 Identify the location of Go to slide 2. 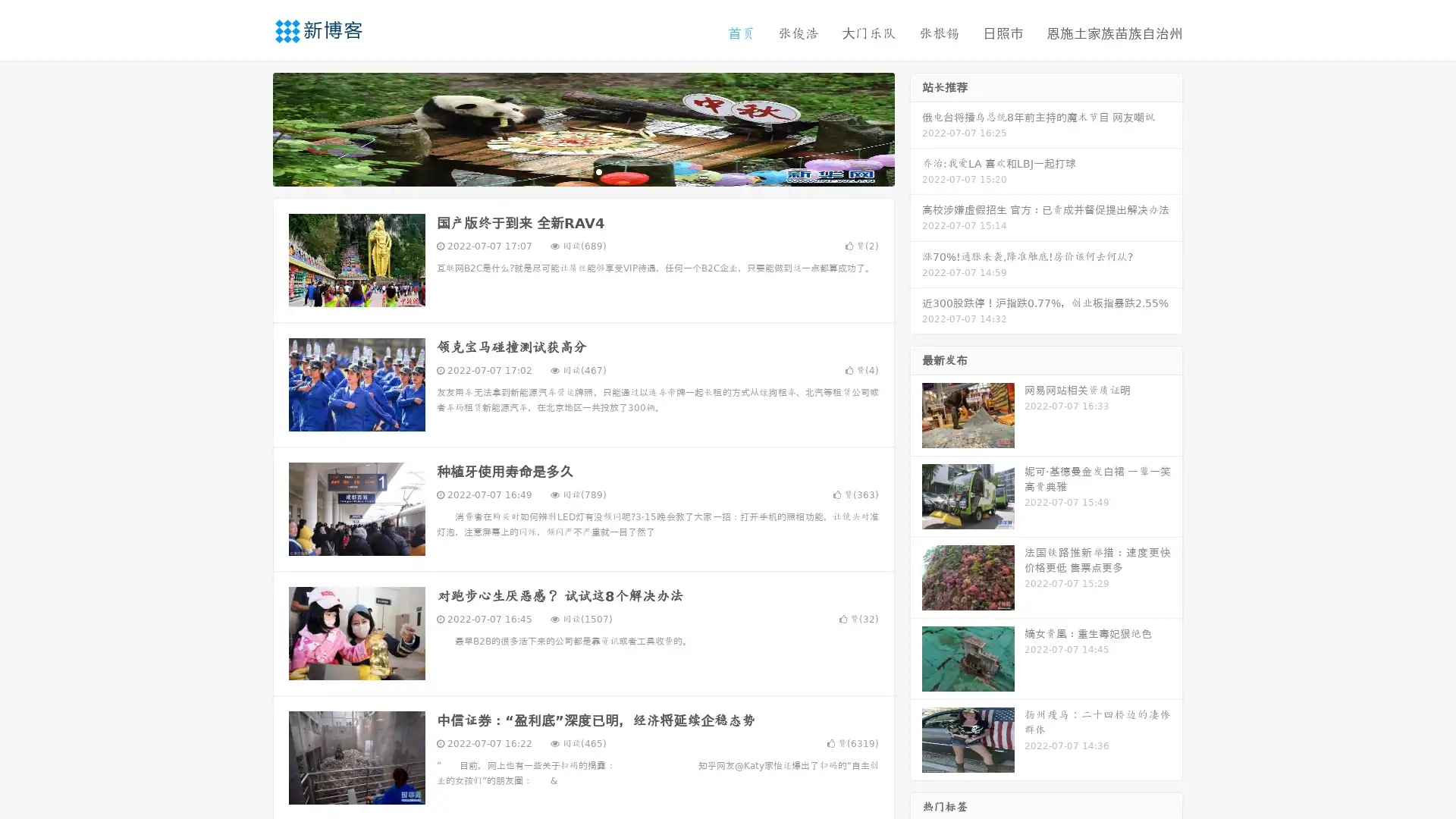
(582, 171).